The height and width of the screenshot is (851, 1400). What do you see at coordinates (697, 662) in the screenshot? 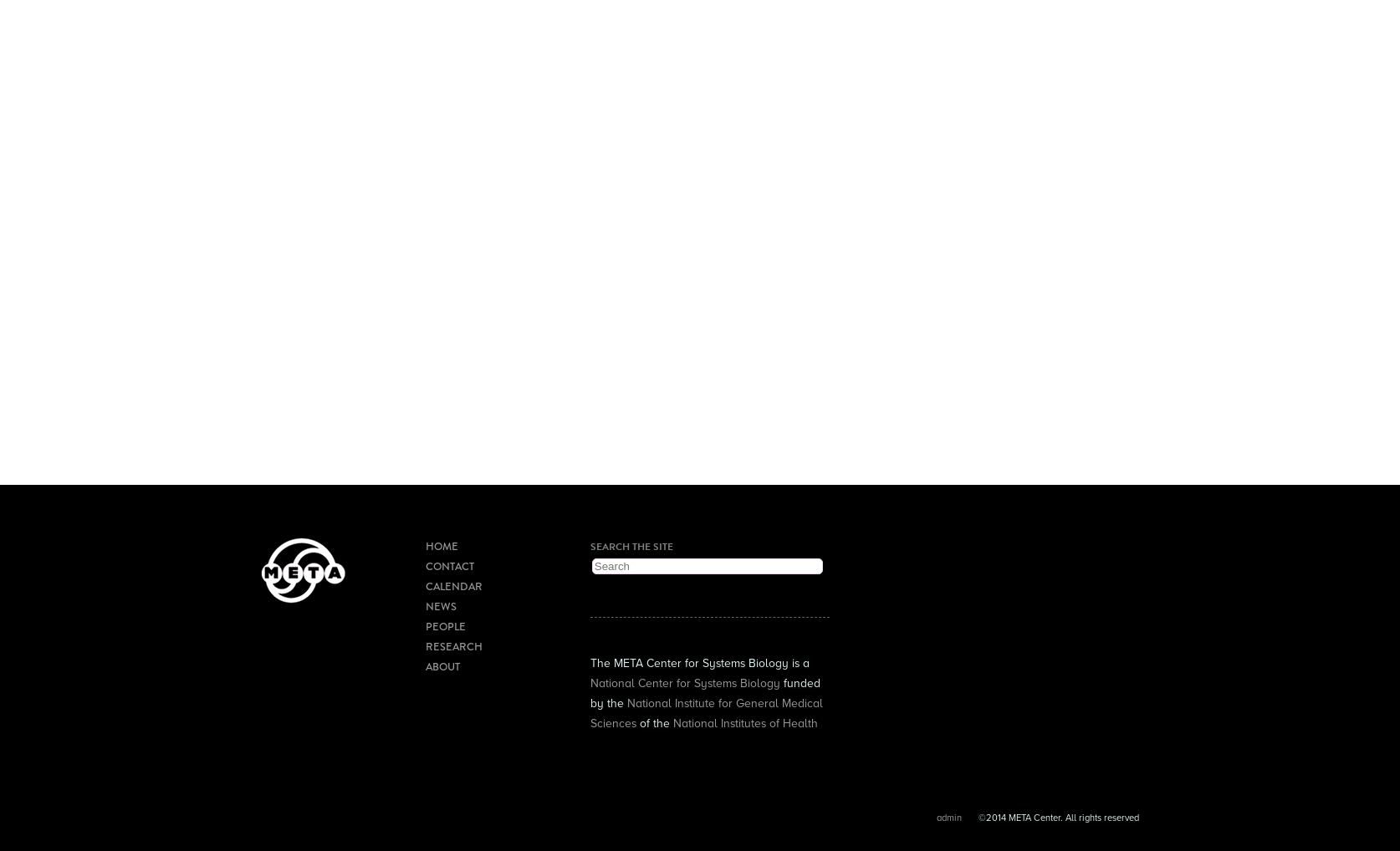
I see `'The META Center for Systems Biology is a'` at bounding box center [697, 662].